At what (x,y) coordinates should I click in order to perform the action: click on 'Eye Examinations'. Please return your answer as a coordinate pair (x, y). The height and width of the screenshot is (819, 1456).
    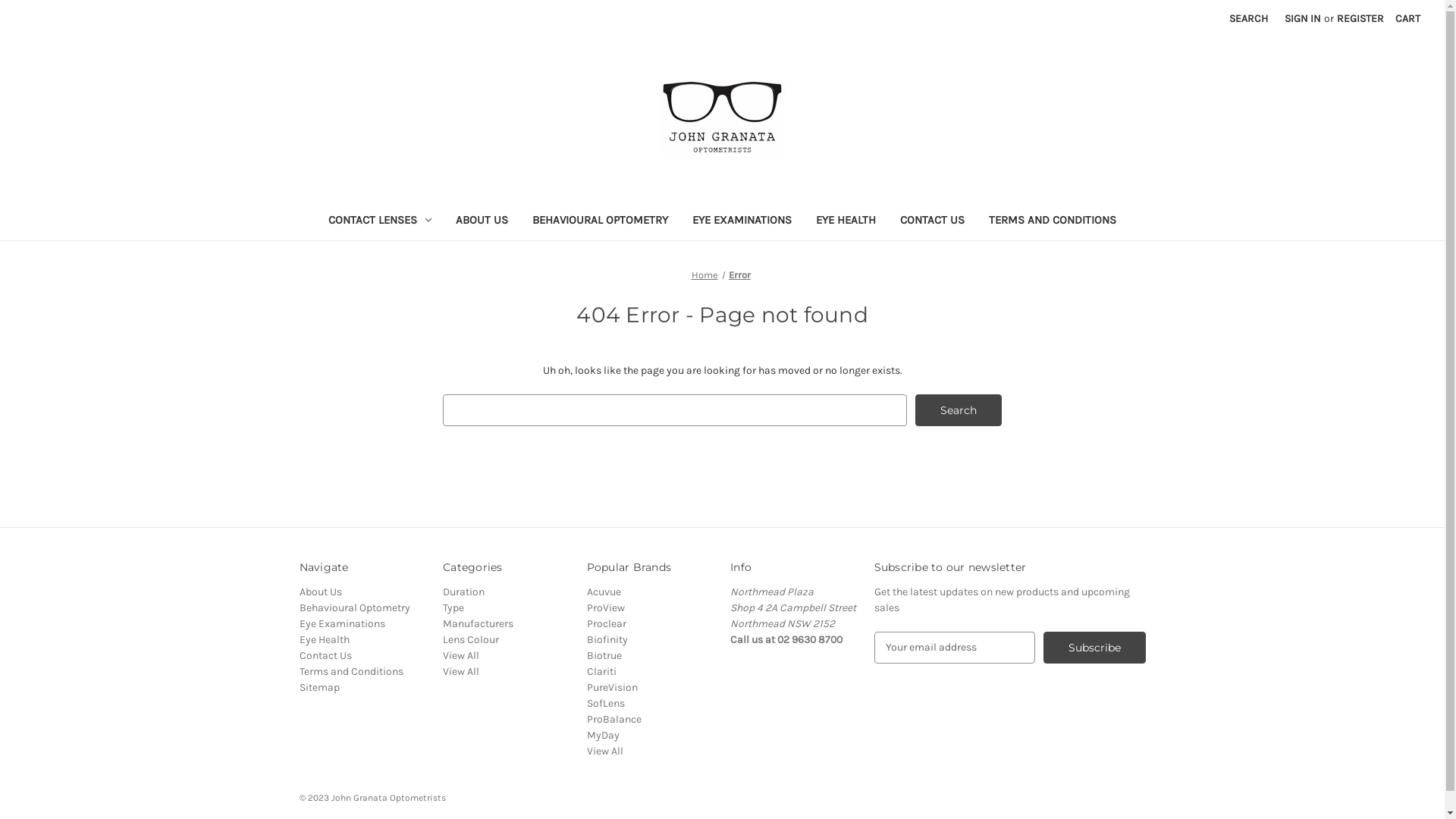
    Looking at the image, I should click on (340, 623).